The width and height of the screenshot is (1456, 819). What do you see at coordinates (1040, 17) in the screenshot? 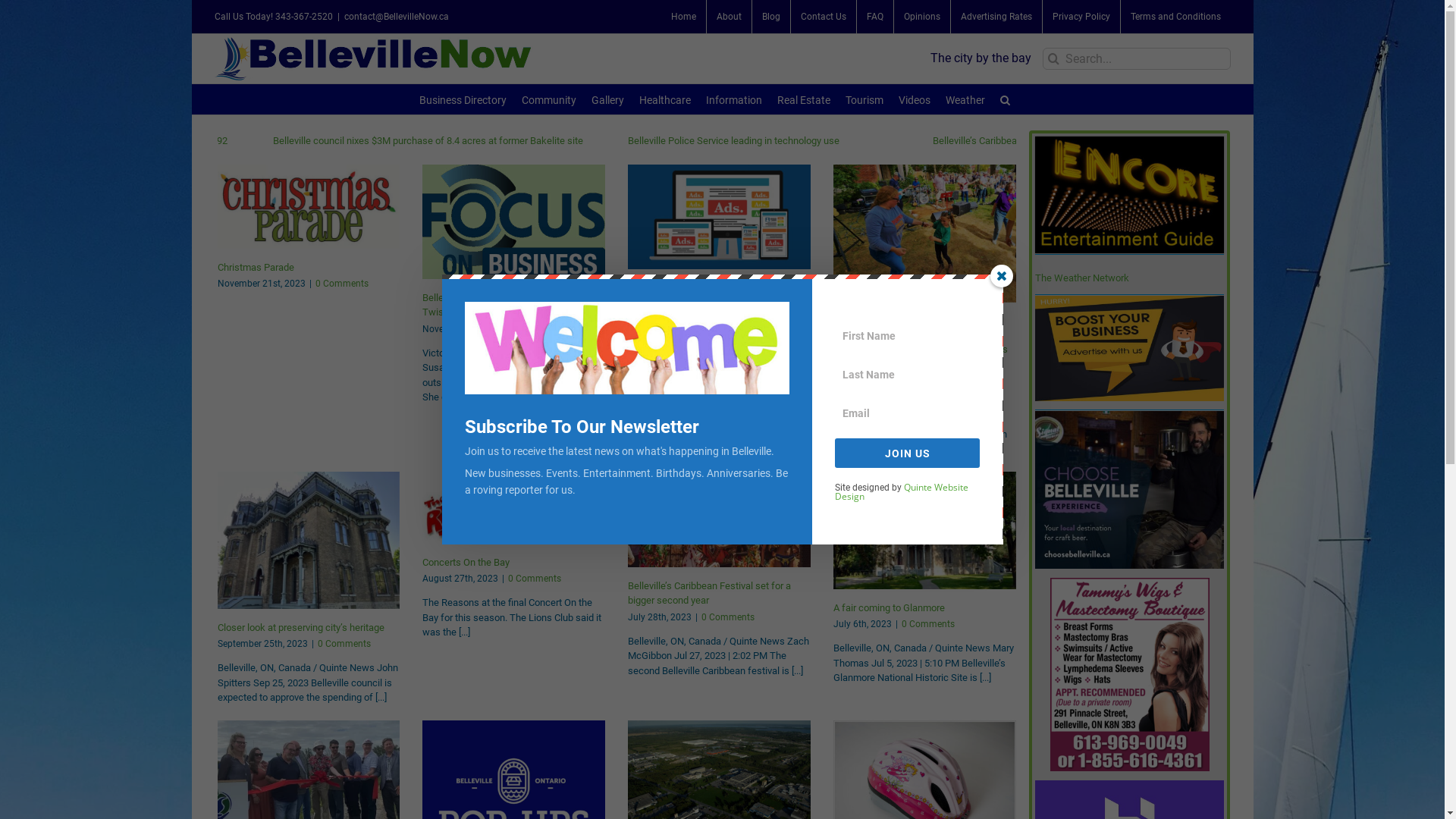
I see `'Privacy Policy'` at bounding box center [1040, 17].